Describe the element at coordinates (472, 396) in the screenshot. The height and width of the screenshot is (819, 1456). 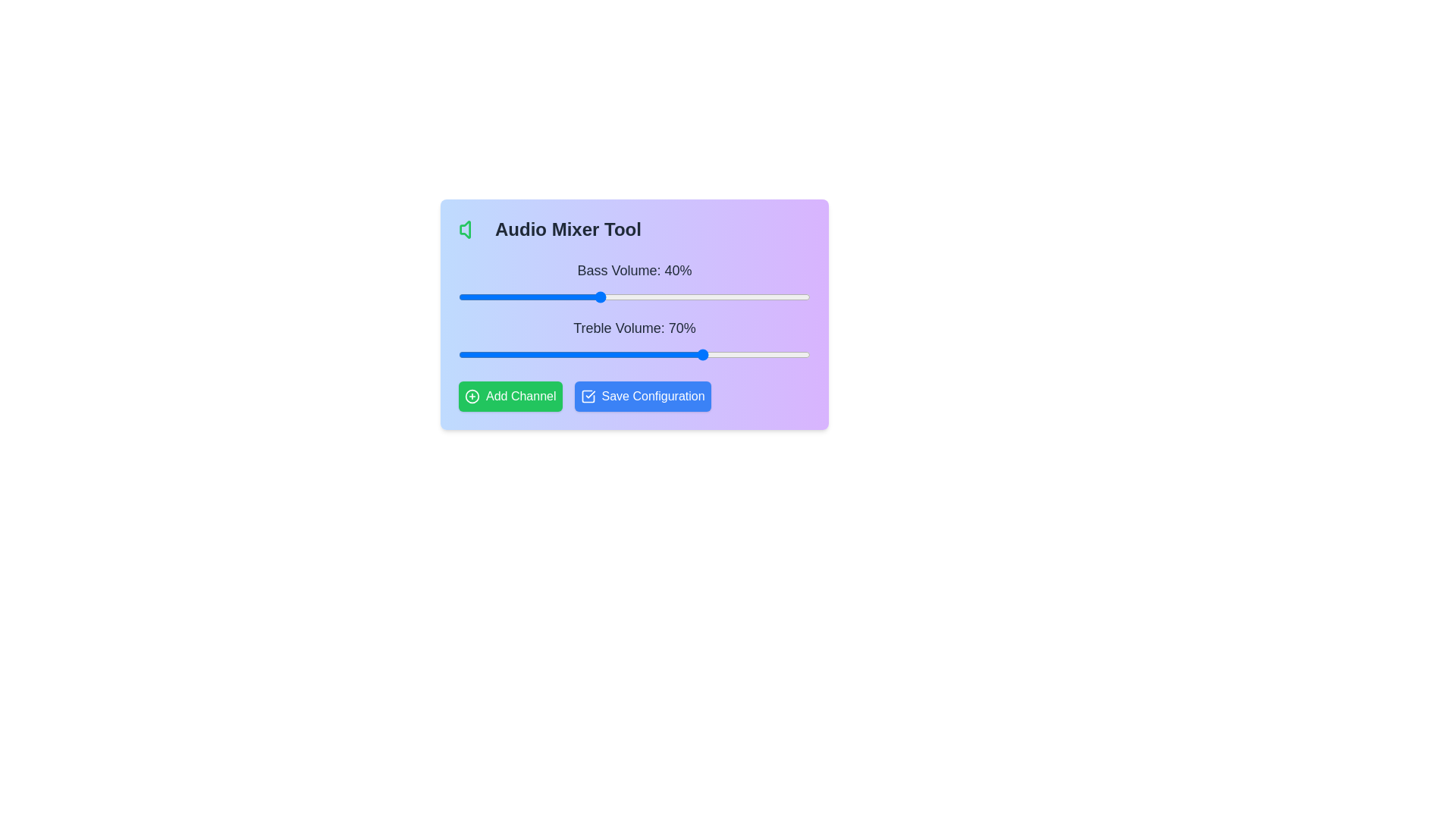
I see `the circular icon with a plus sign located to the left of the 'Add Channel' text inside the green button at the lower left section of the interface` at that location.